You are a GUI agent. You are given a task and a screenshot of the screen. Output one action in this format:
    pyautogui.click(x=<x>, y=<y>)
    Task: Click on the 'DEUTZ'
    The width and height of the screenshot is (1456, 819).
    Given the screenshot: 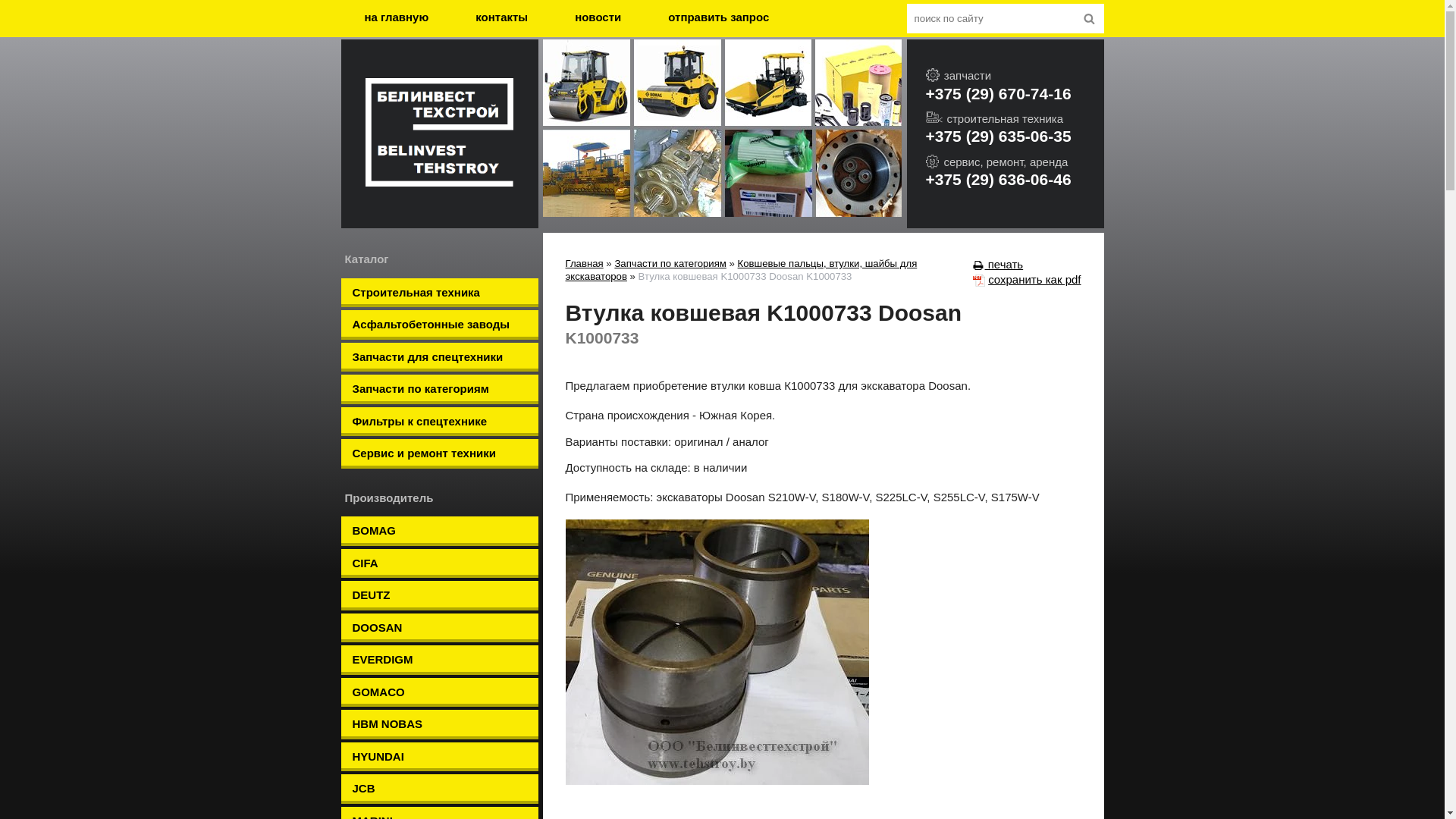 What is the action you would take?
    pyautogui.click(x=439, y=595)
    